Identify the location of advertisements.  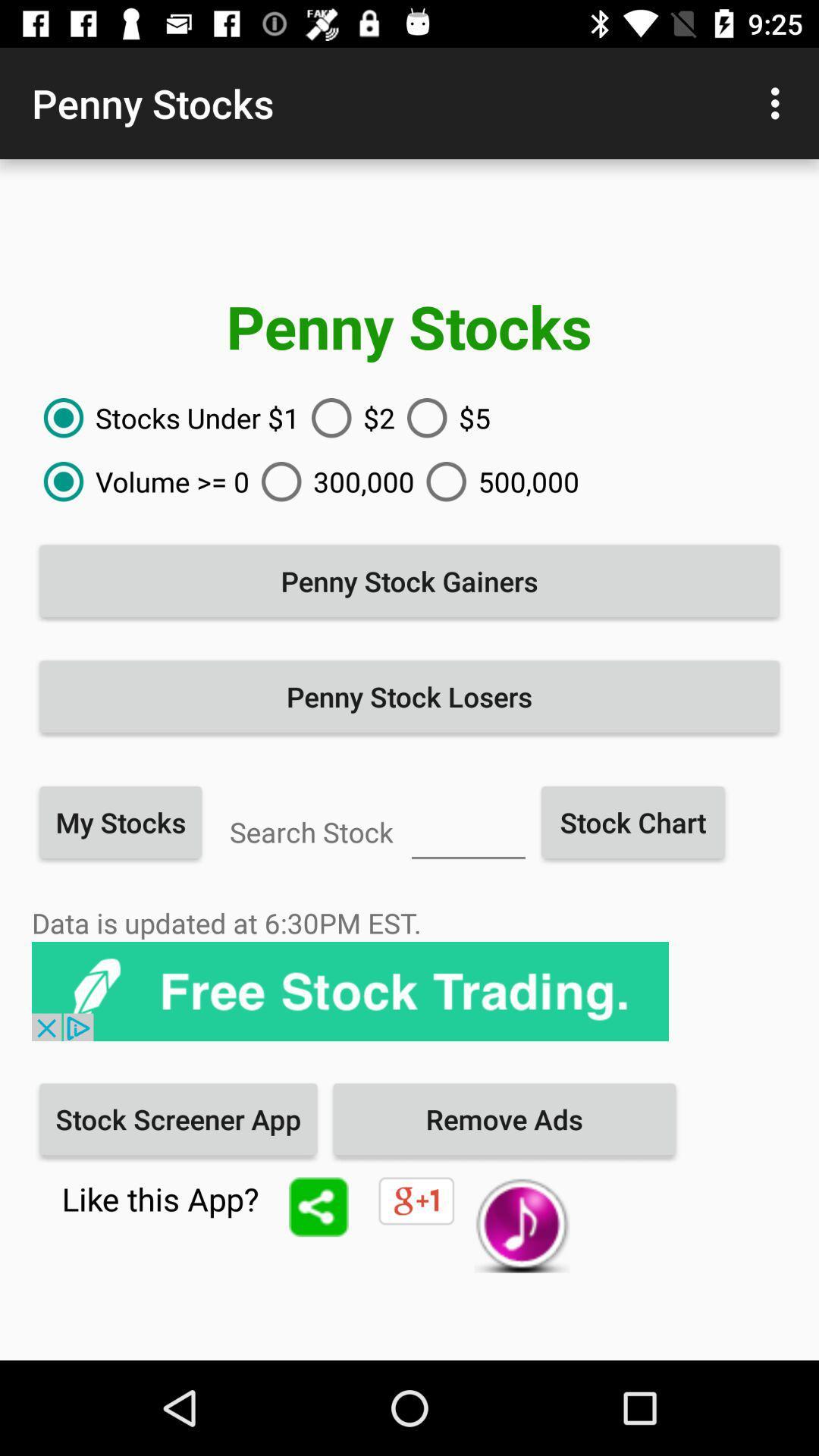
(350, 991).